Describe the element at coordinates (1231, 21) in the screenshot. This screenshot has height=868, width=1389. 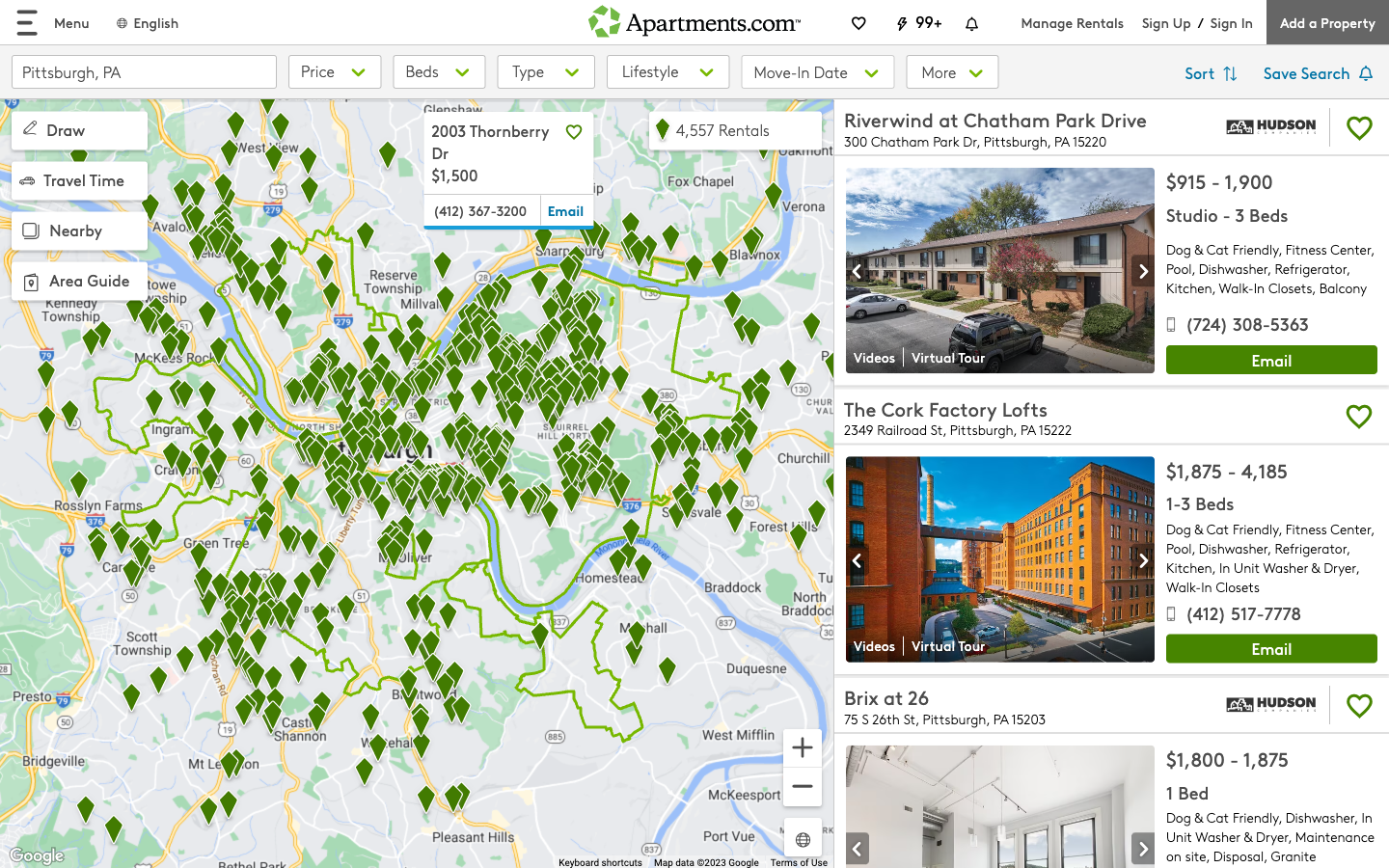
I see `Advance to log in feature` at that location.